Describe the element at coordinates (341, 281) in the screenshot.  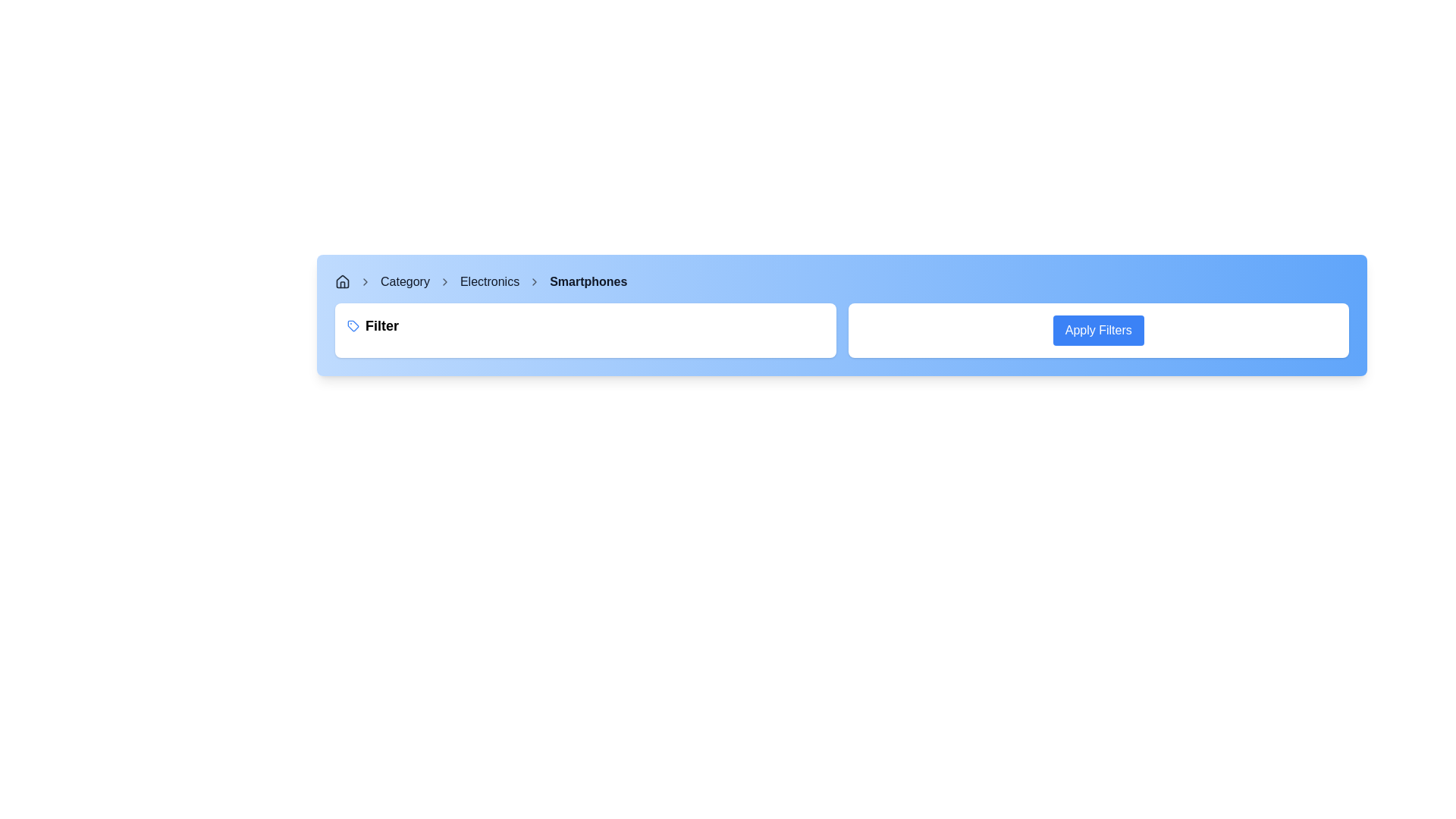
I see `the home icon located` at that location.